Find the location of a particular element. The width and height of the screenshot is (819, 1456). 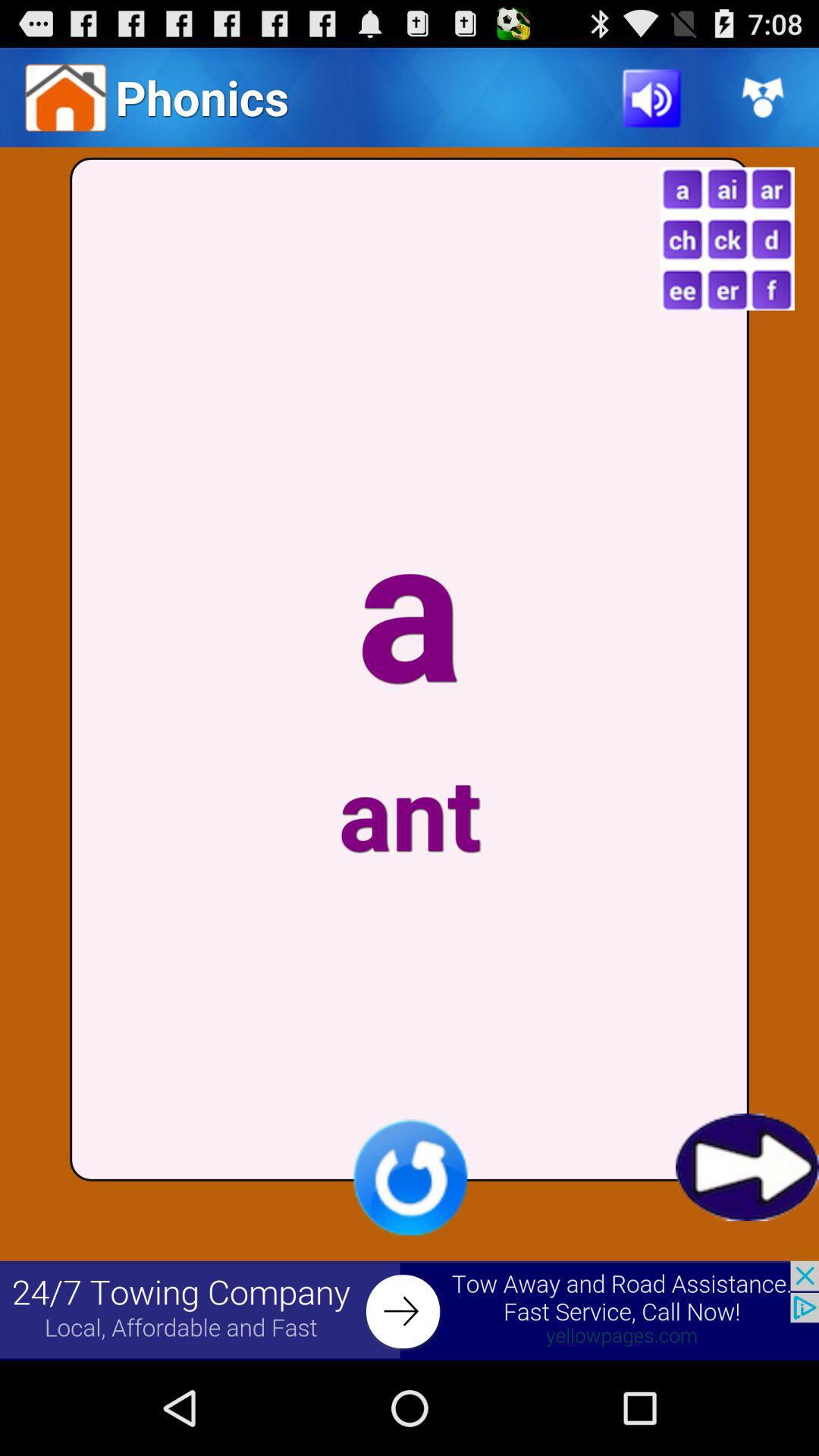

forward page is located at coordinates (746, 1166).